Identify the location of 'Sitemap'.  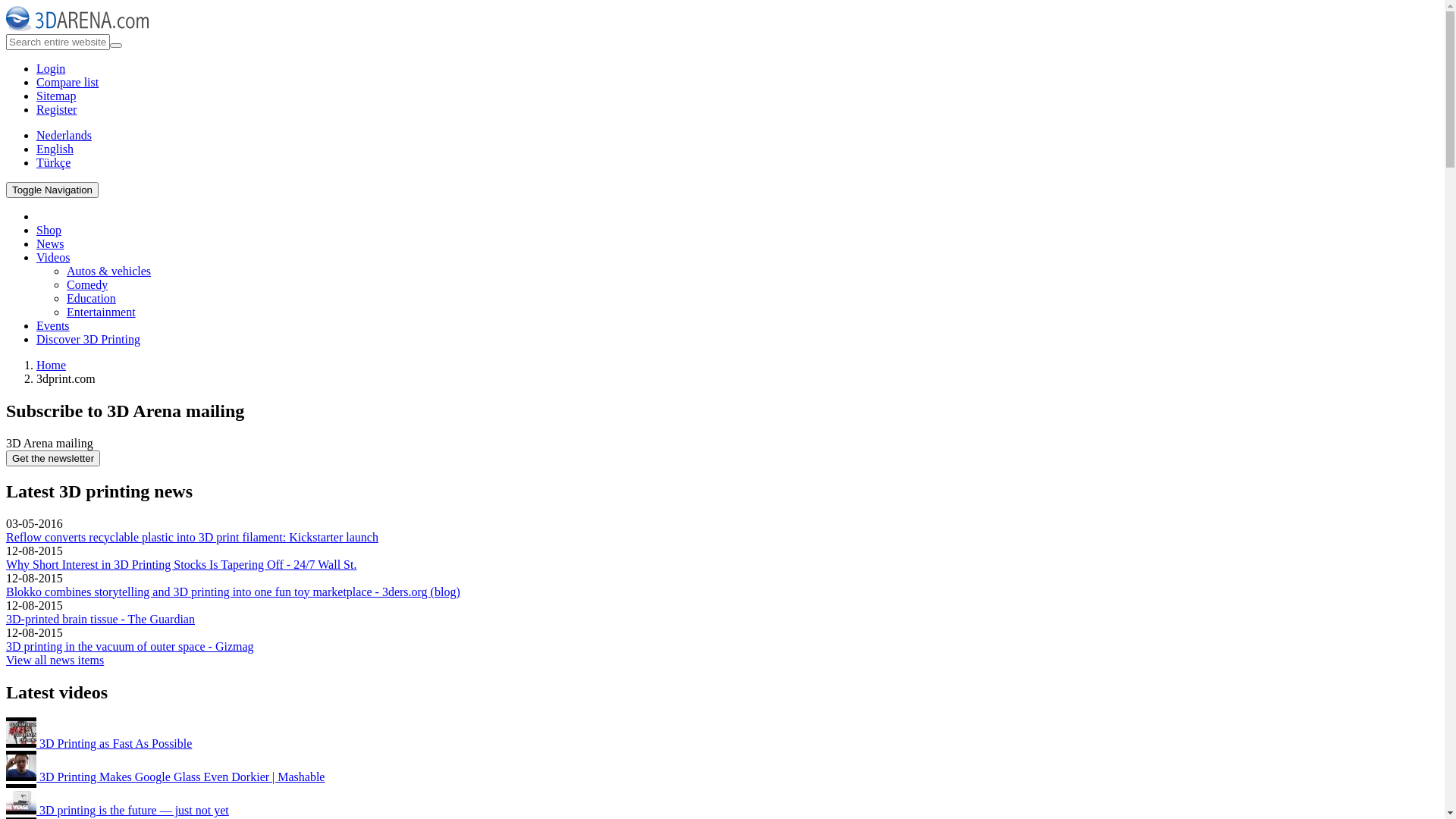
(55, 96).